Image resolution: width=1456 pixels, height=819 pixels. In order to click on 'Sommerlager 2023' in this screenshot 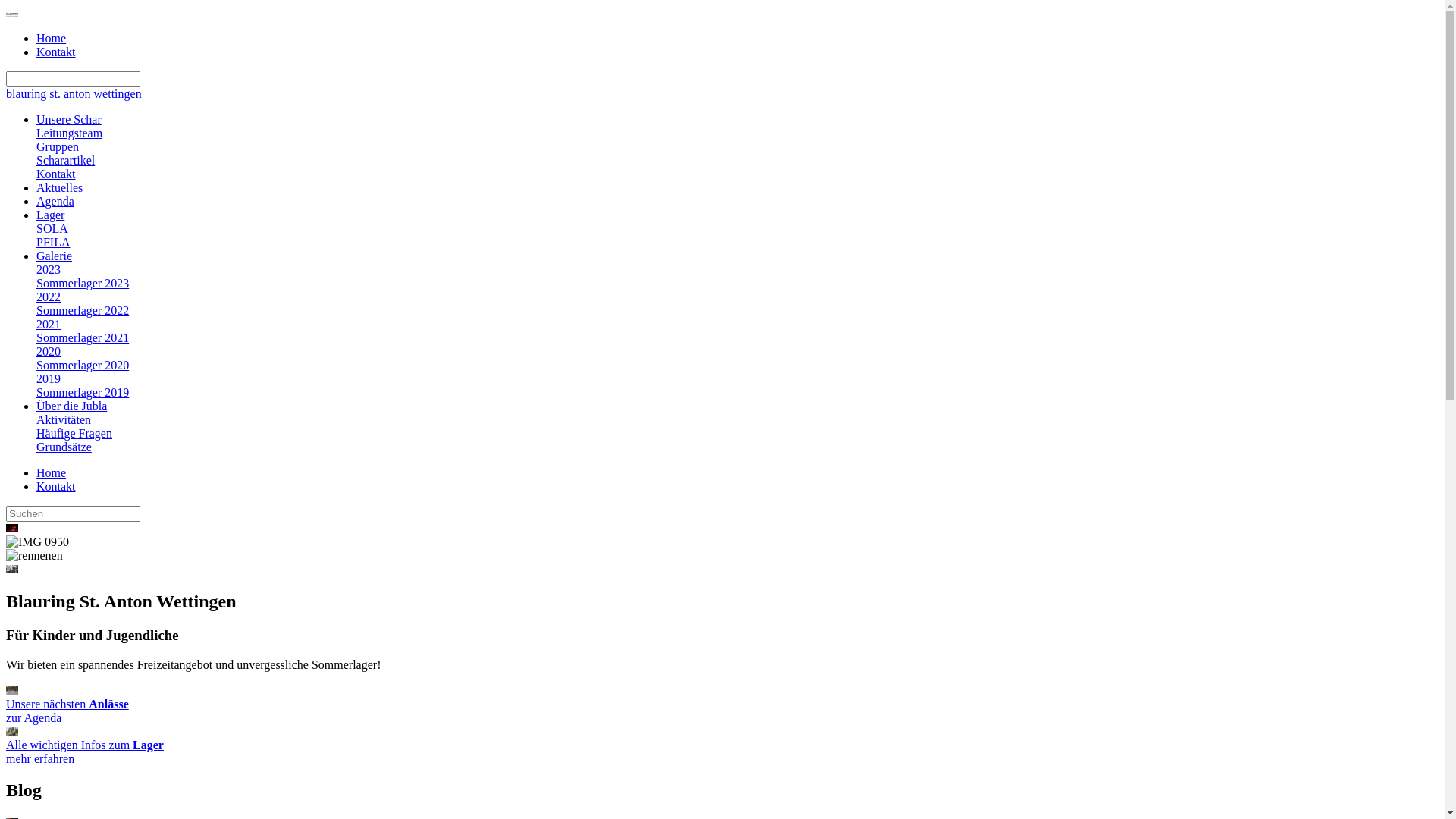, I will do `click(82, 283)`.